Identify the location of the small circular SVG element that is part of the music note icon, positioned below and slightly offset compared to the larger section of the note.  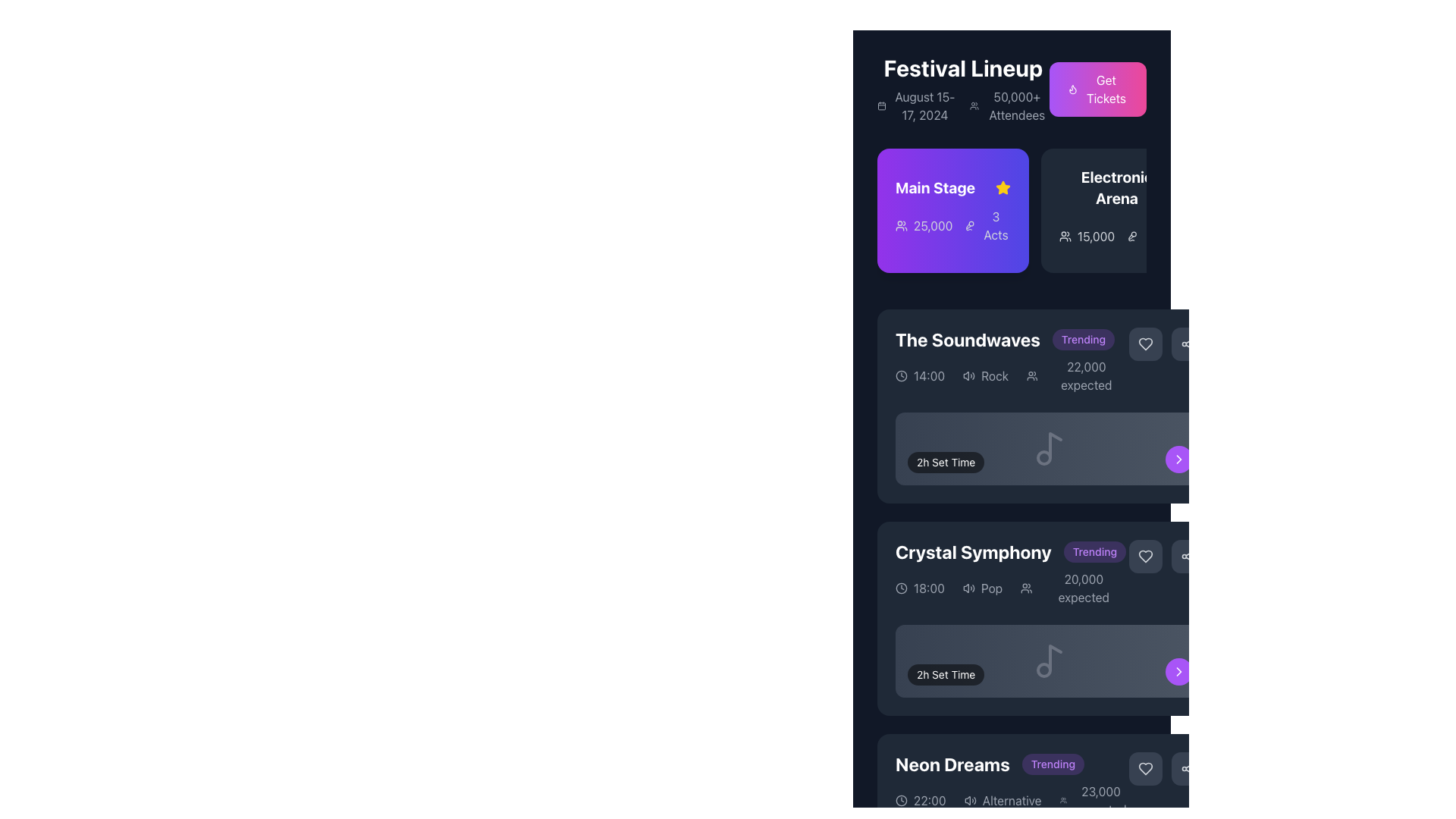
(1043, 457).